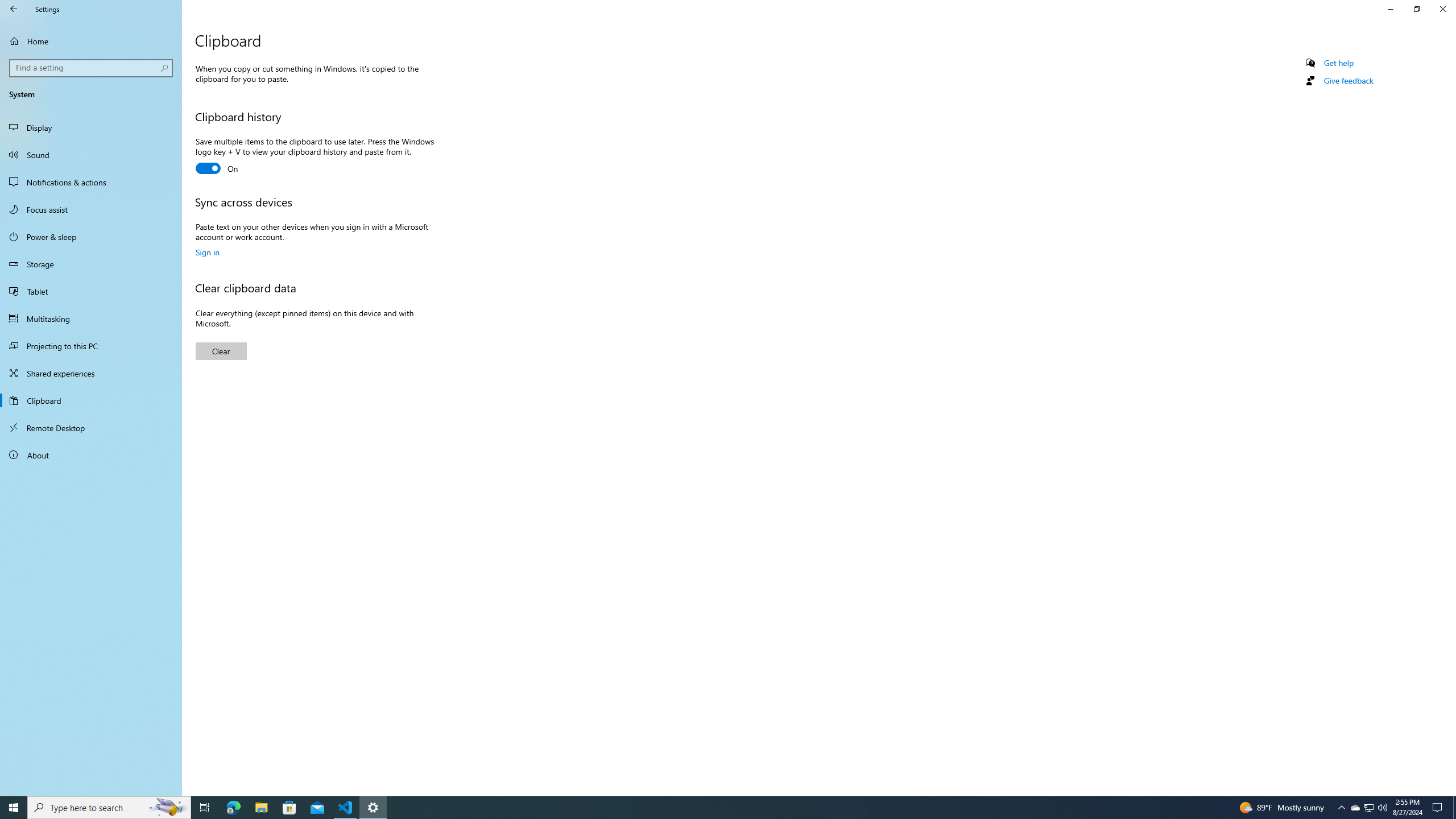 The width and height of the screenshot is (1456, 819). What do you see at coordinates (90, 346) in the screenshot?
I see `'Projecting to this PC'` at bounding box center [90, 346].